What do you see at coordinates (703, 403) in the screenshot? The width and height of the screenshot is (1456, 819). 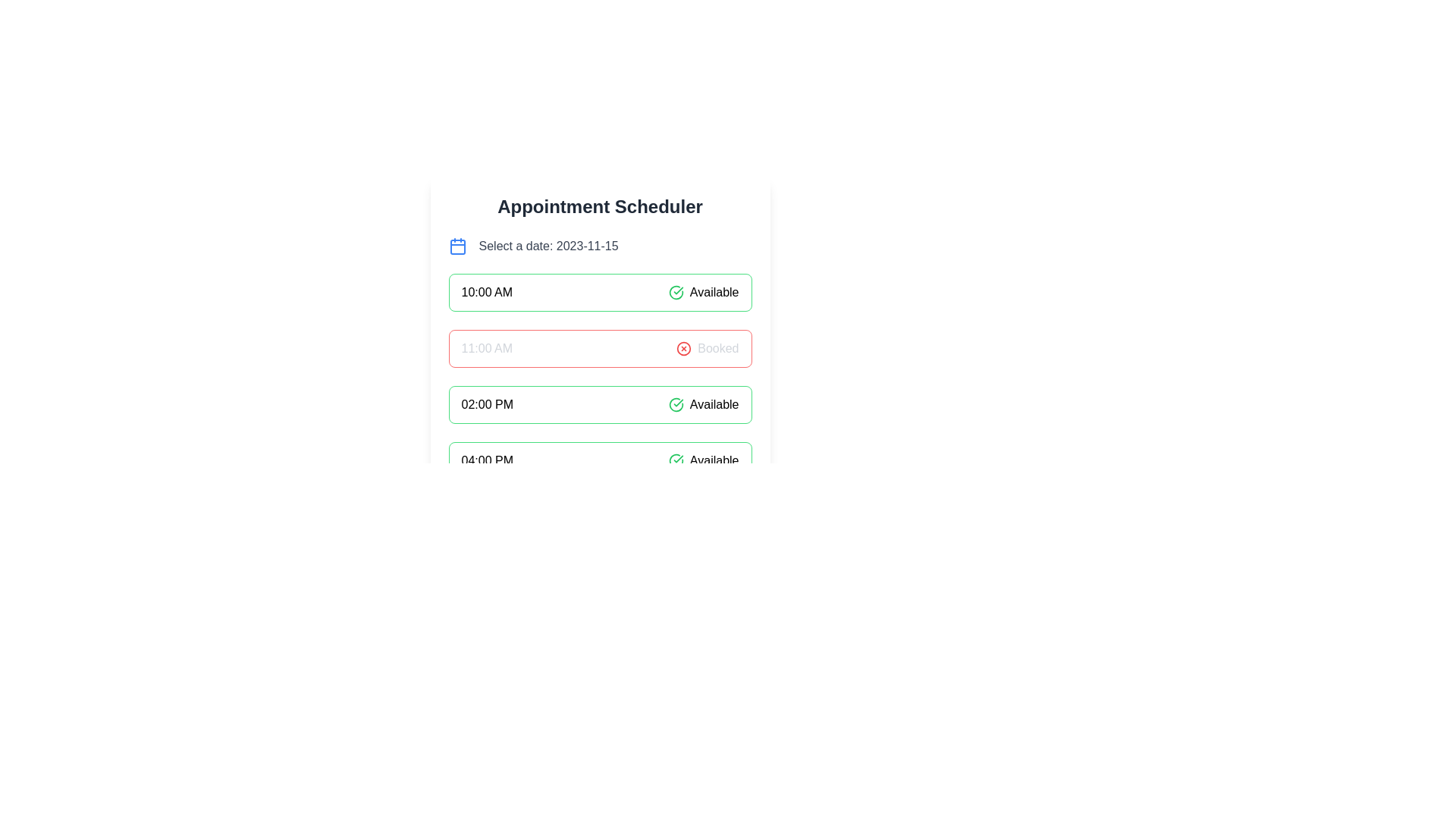 I see `the Status indicator label displaying a green check icon and the text 'Available'` at bounding box center [703, 403].